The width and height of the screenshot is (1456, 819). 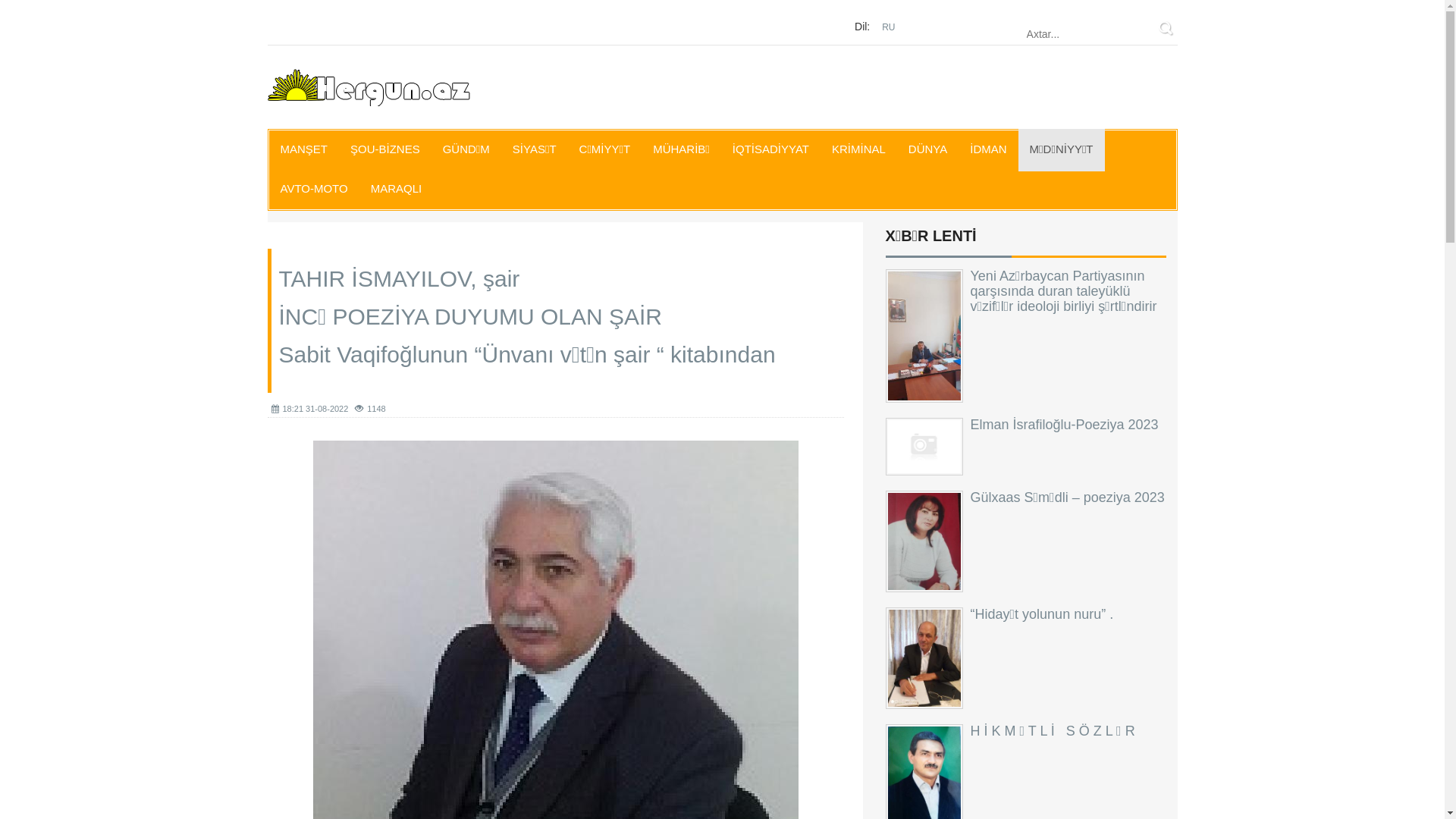 I want to click on 'AVTO-MOTO', so click(x=312, y=189).